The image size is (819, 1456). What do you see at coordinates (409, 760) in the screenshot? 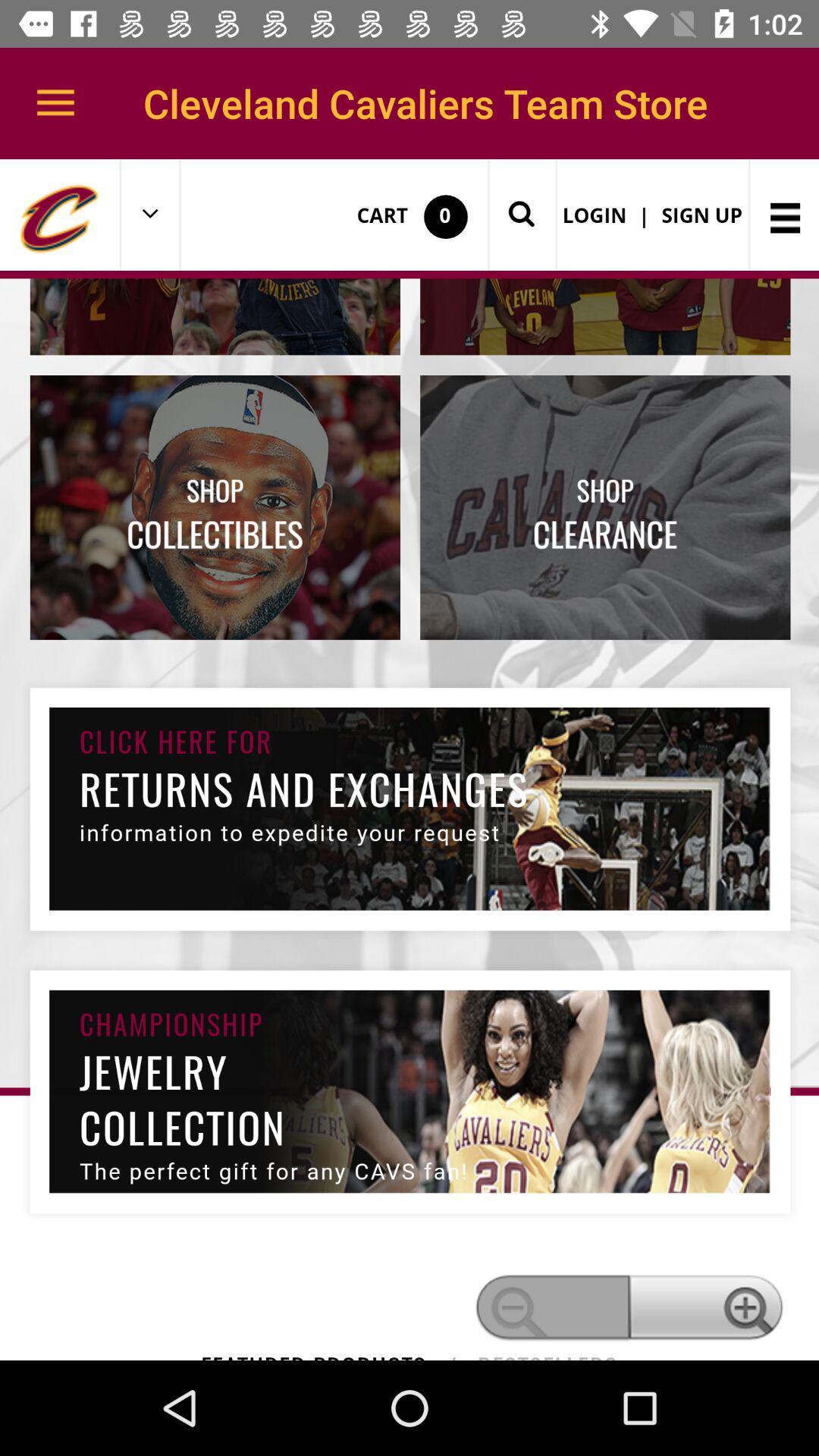
I see `different menu` at bounding box center [409, 760].